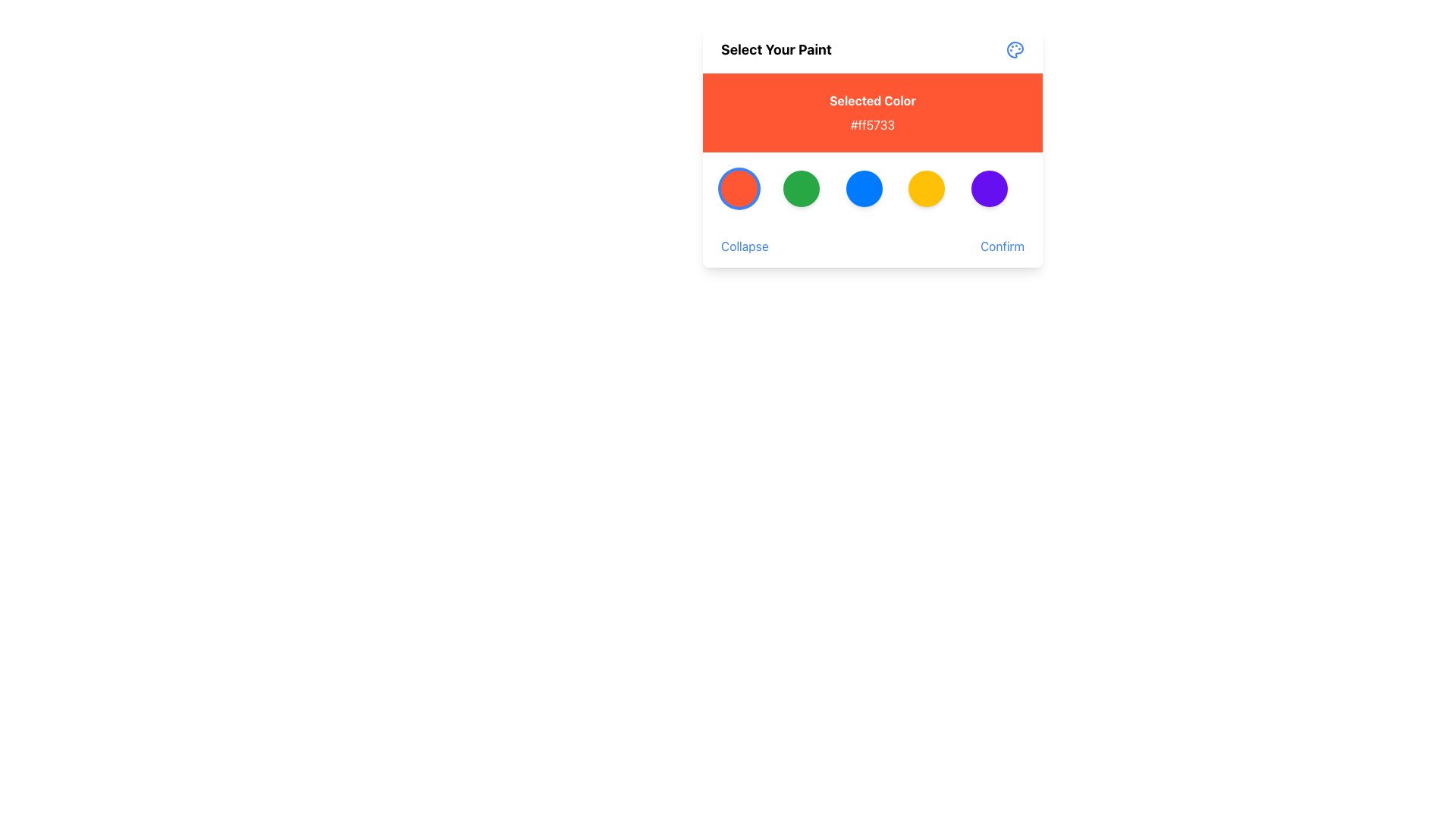 Image resolution: width=1456 pixels, height=819 pixels. I want to click on the third circular button in the color selection interface that allows the user to select or preview the color blue, so click(864, 188).